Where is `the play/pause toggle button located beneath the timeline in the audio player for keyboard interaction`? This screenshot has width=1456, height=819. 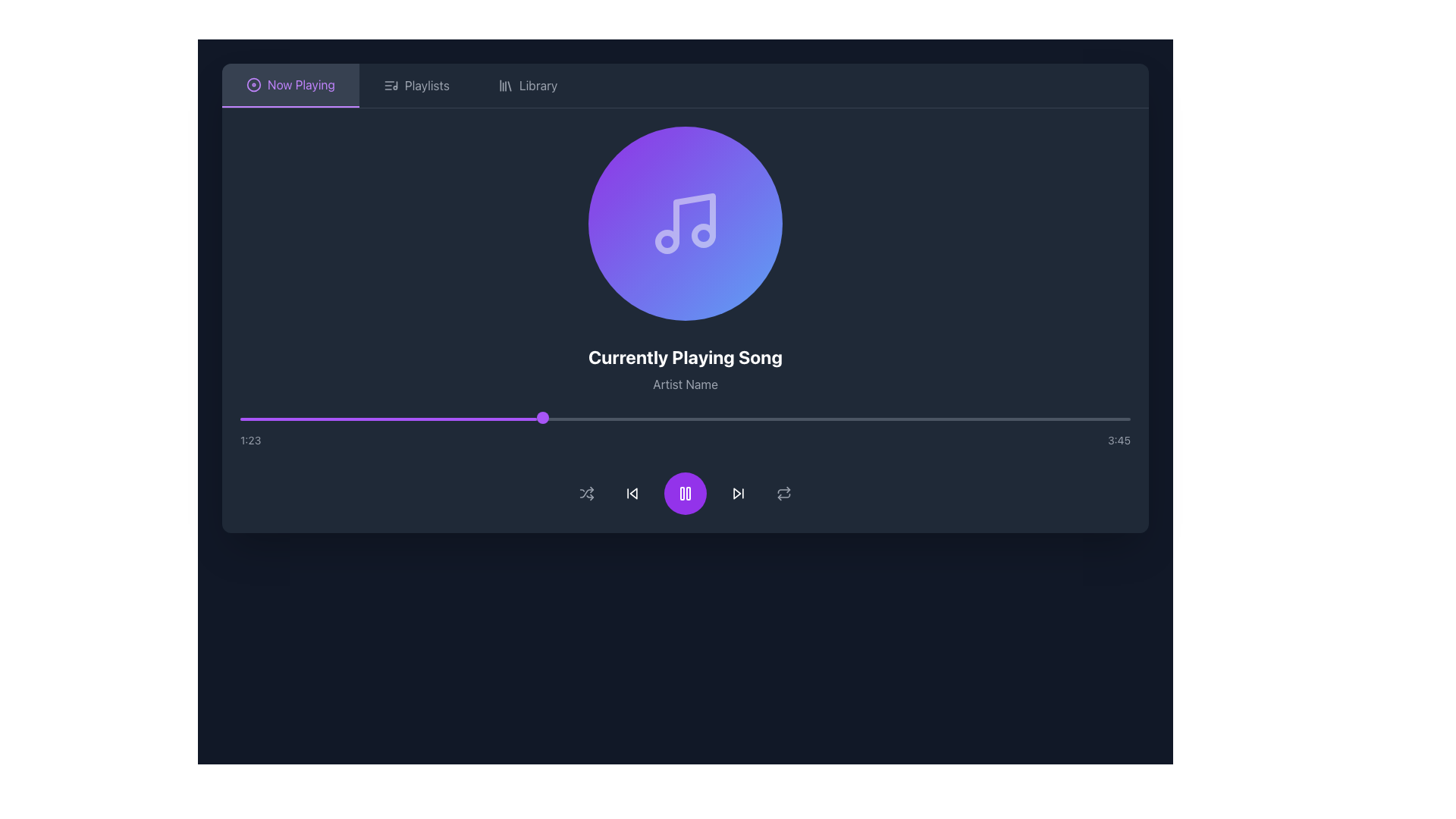
the play/pause toggle button located beneath the timeline in the audio player for keyboard interaction is located at coordinates (684, 494).